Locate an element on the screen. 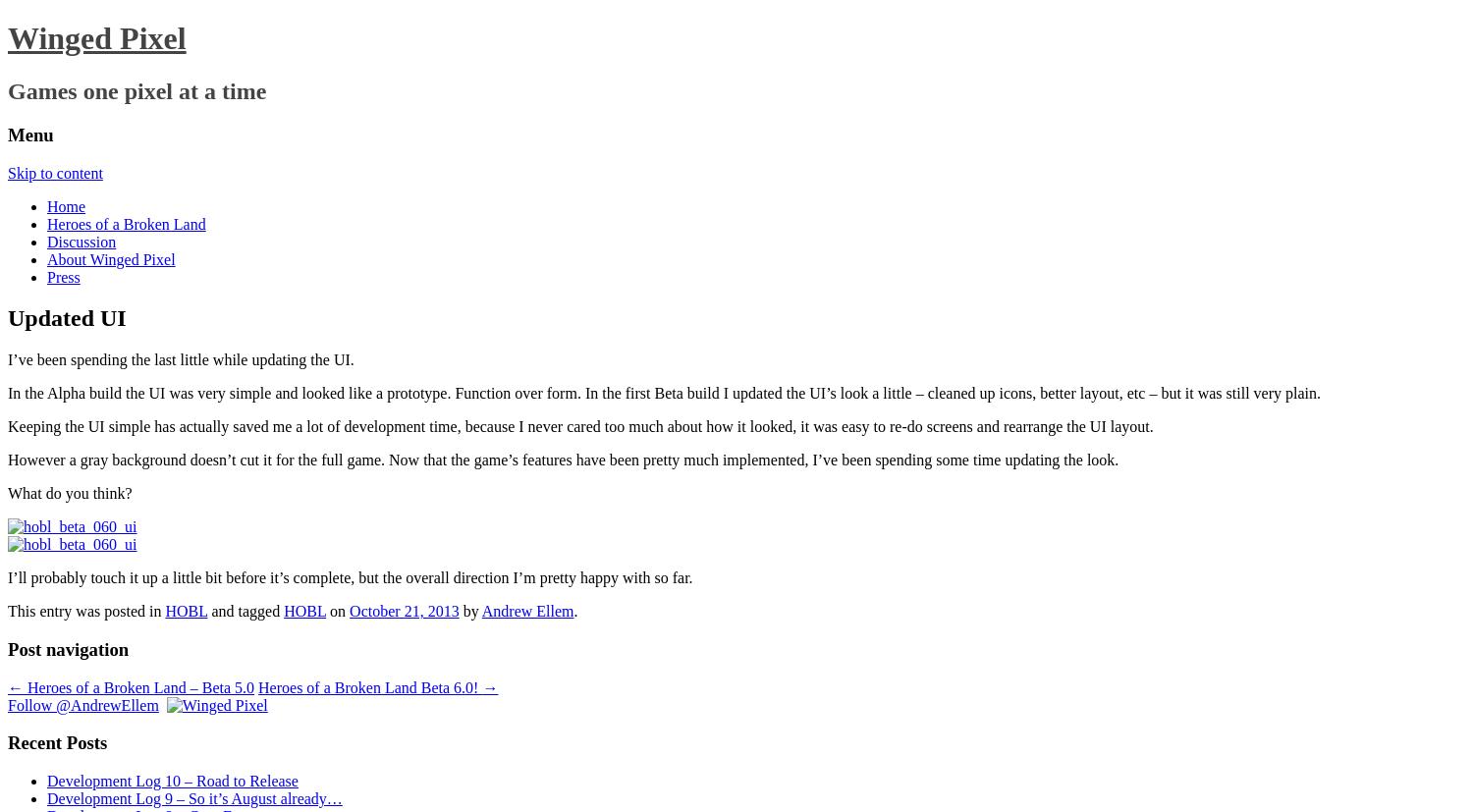 The image size is (1473, 812). 'Home' is located at coordinates (65, 205).